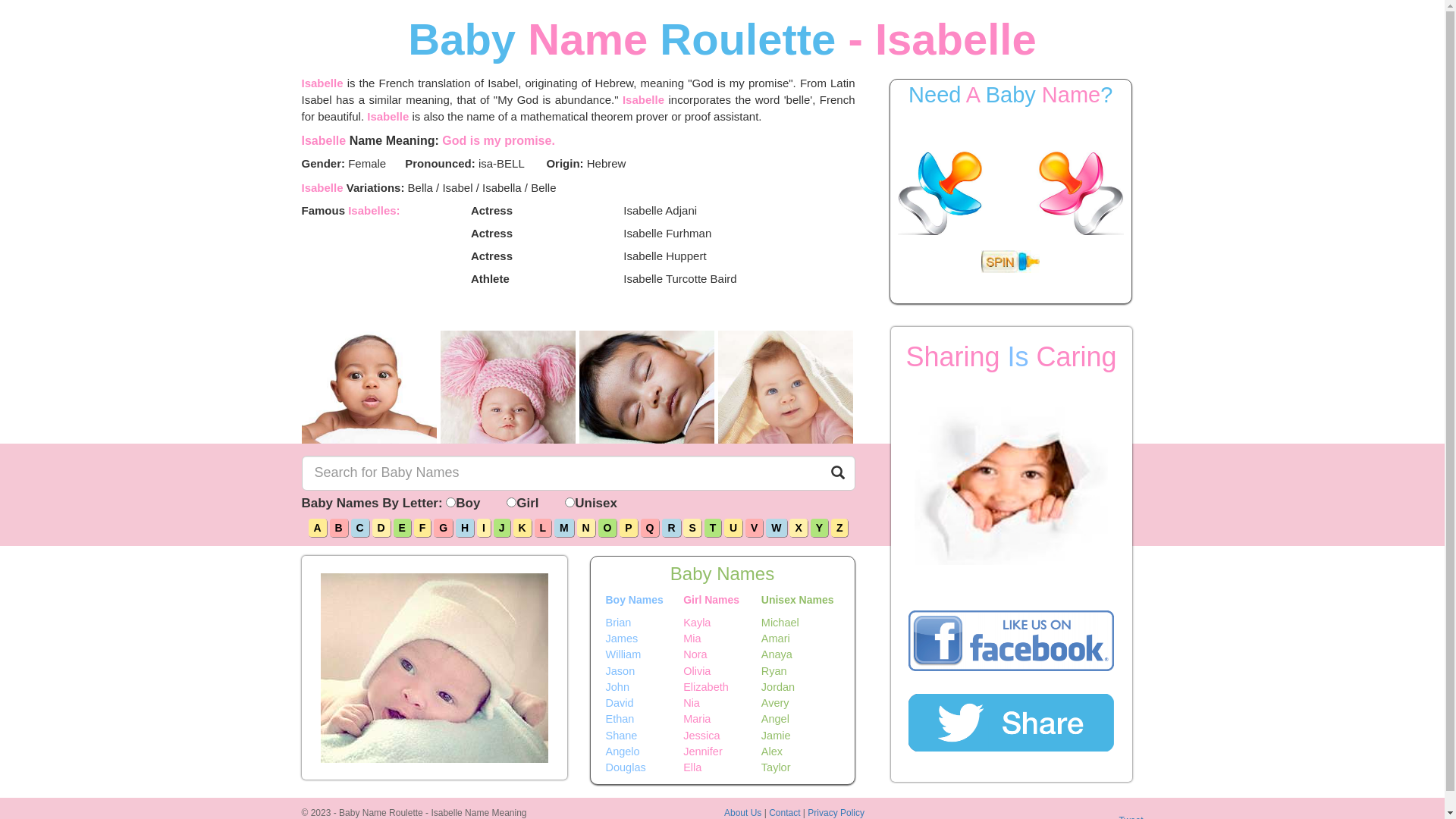 This screenshot has height=819, width=1456. What do you see at coordinates (644, 752) in the screenshot?
I see `'Angelo'` at bounding box center [644, 752].